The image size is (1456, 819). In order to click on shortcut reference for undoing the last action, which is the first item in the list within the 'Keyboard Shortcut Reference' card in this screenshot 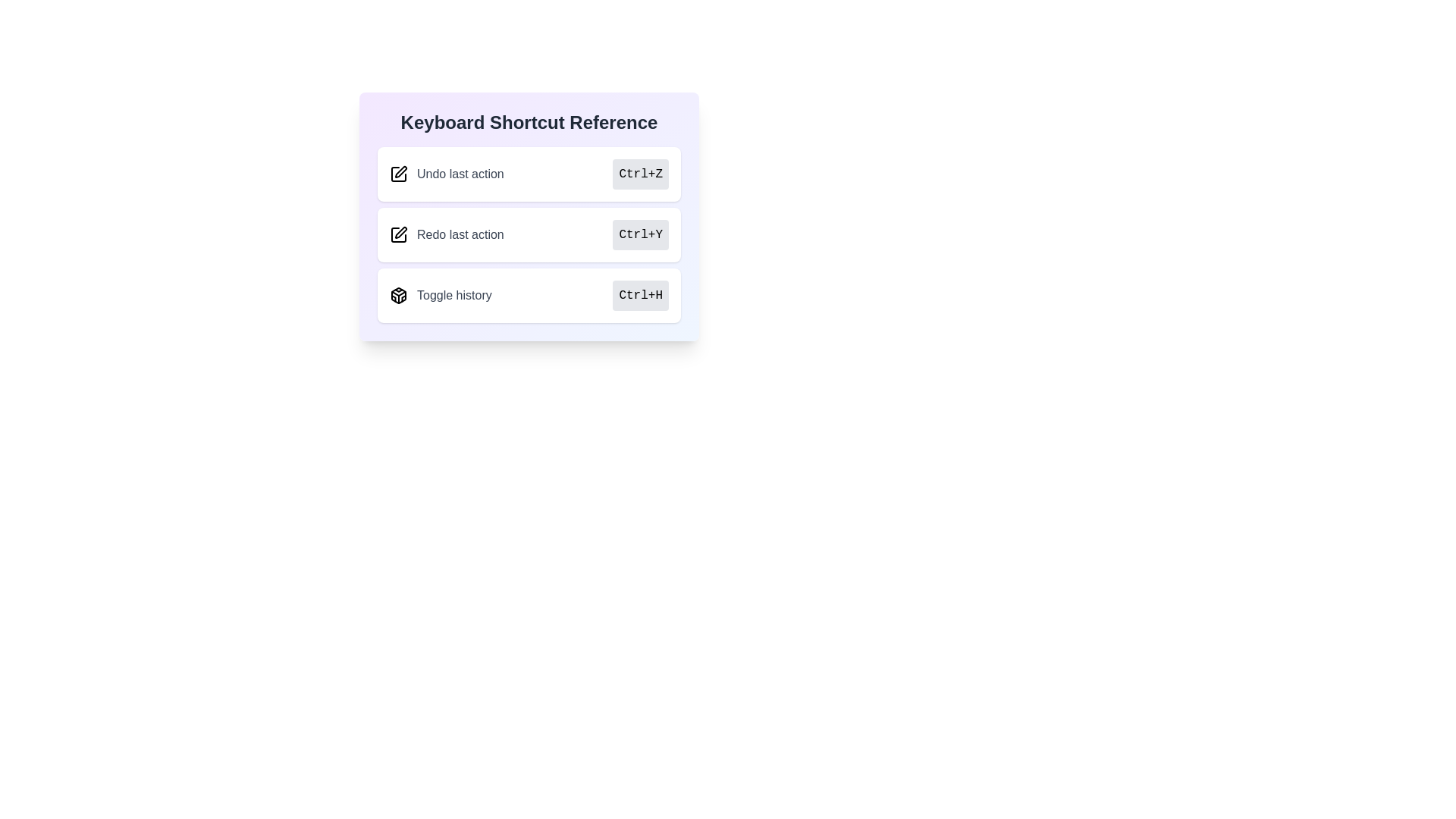, I will do `click(446, 174)`.